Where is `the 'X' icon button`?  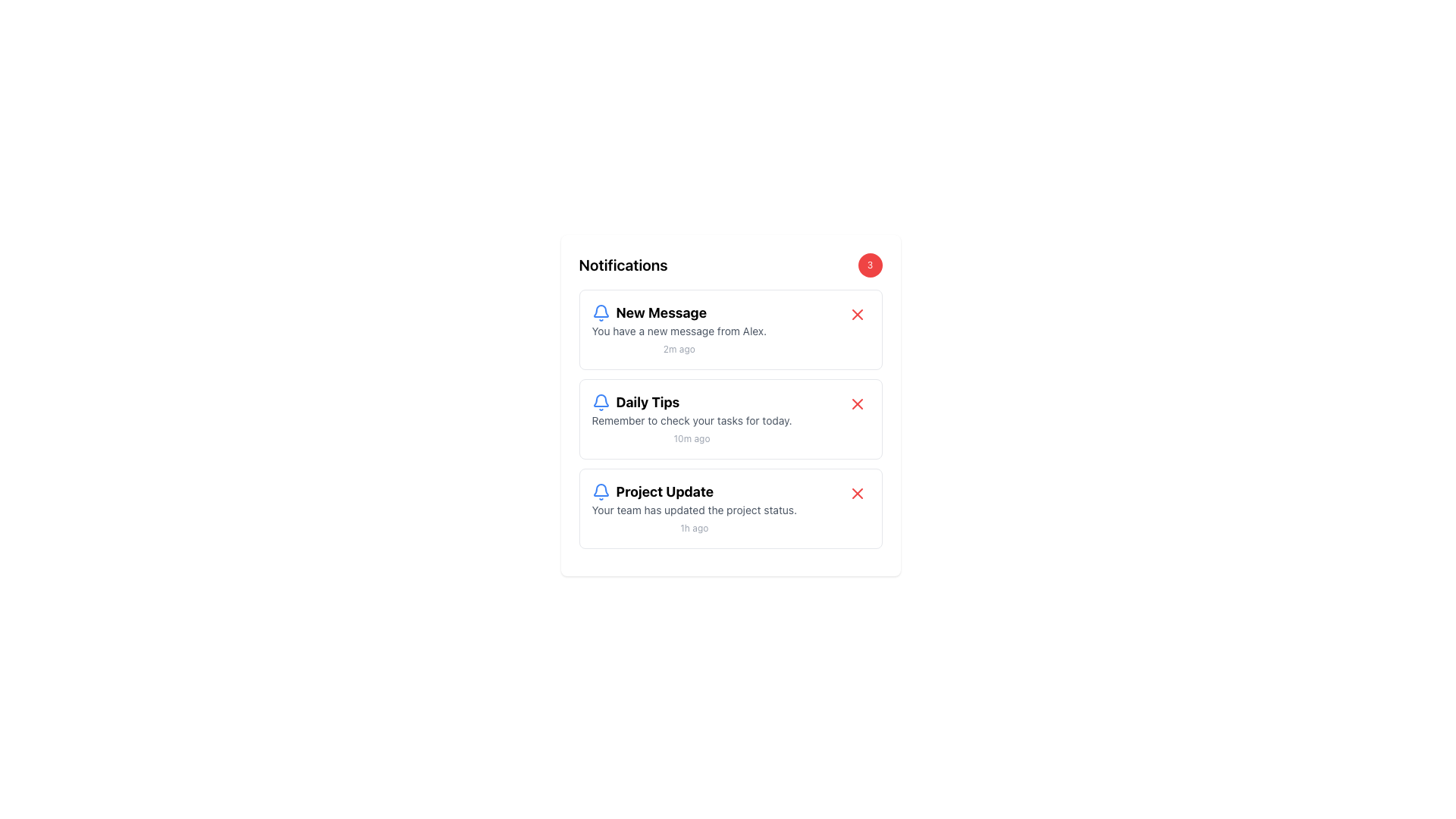 the 'X' icon button is located at coordinates (857, 314).